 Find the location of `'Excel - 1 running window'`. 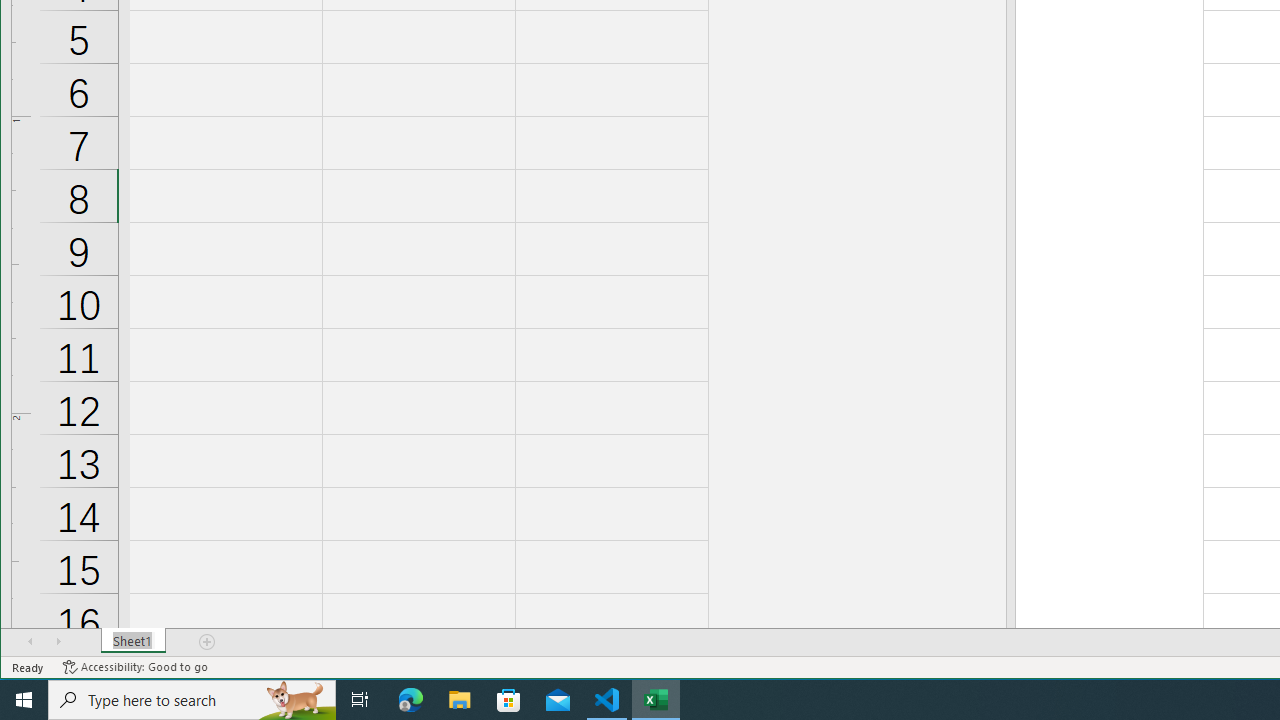

'Excel - 1 running window' is located at coordinates (656, 698).